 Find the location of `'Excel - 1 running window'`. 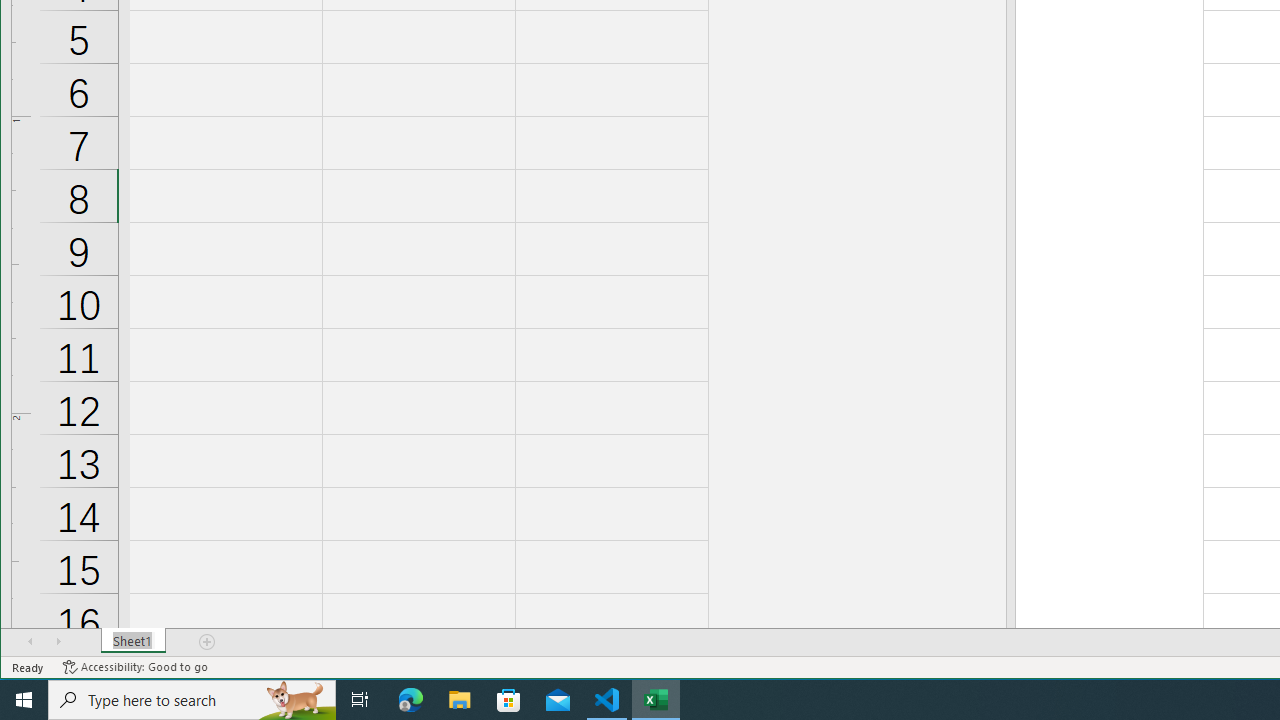

'Excel - 1 running window' is located at coordinates (656, 698).